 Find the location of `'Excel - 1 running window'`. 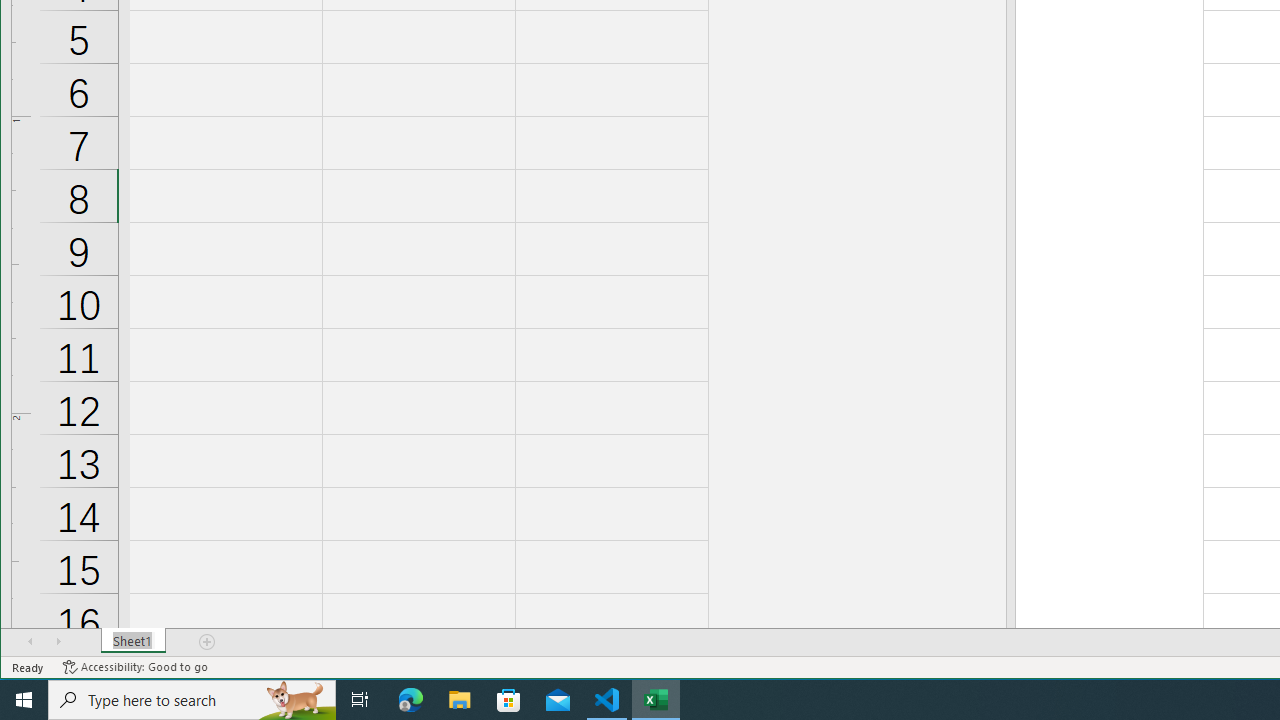

'Excel - 1 running window' is located at coordinates (656, 698).